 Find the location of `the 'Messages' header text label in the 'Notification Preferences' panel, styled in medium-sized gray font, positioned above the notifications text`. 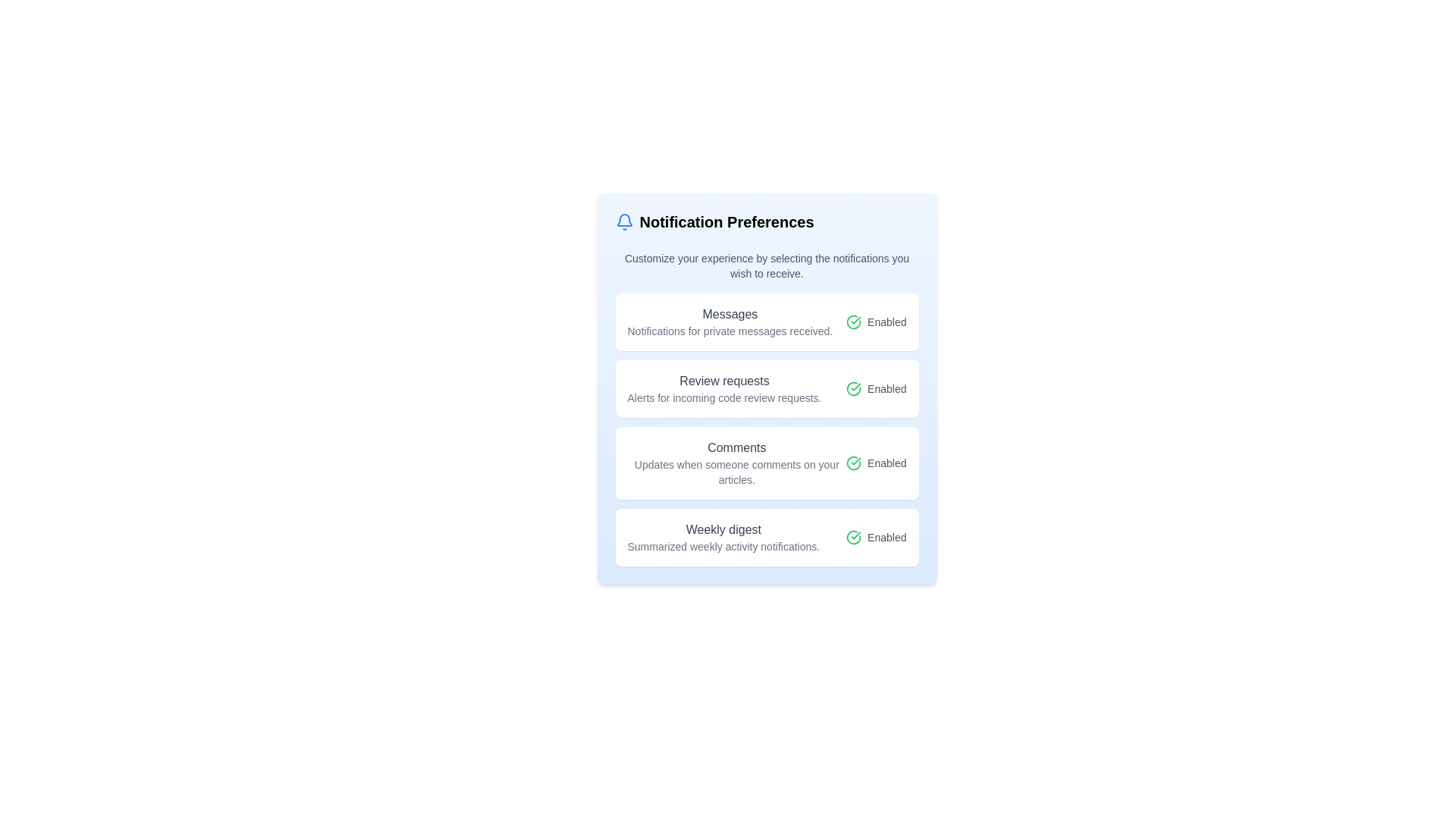

the 'Messages' header text label in the 'Notification Preferences' panel, styled in medium-sized gray font, positioned above the notifications text is located at coordinates (730, 314).